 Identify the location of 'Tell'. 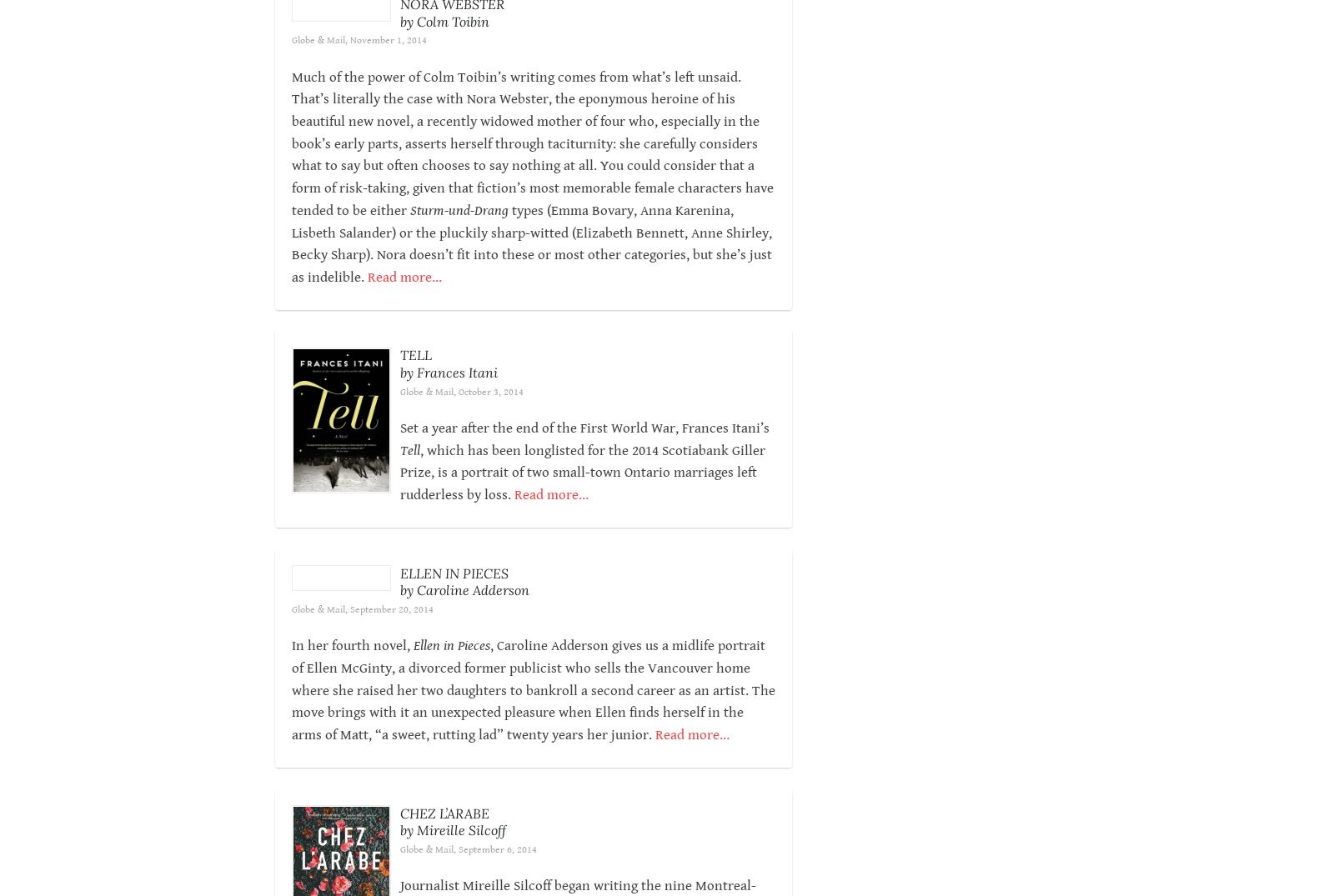
(409, 472).